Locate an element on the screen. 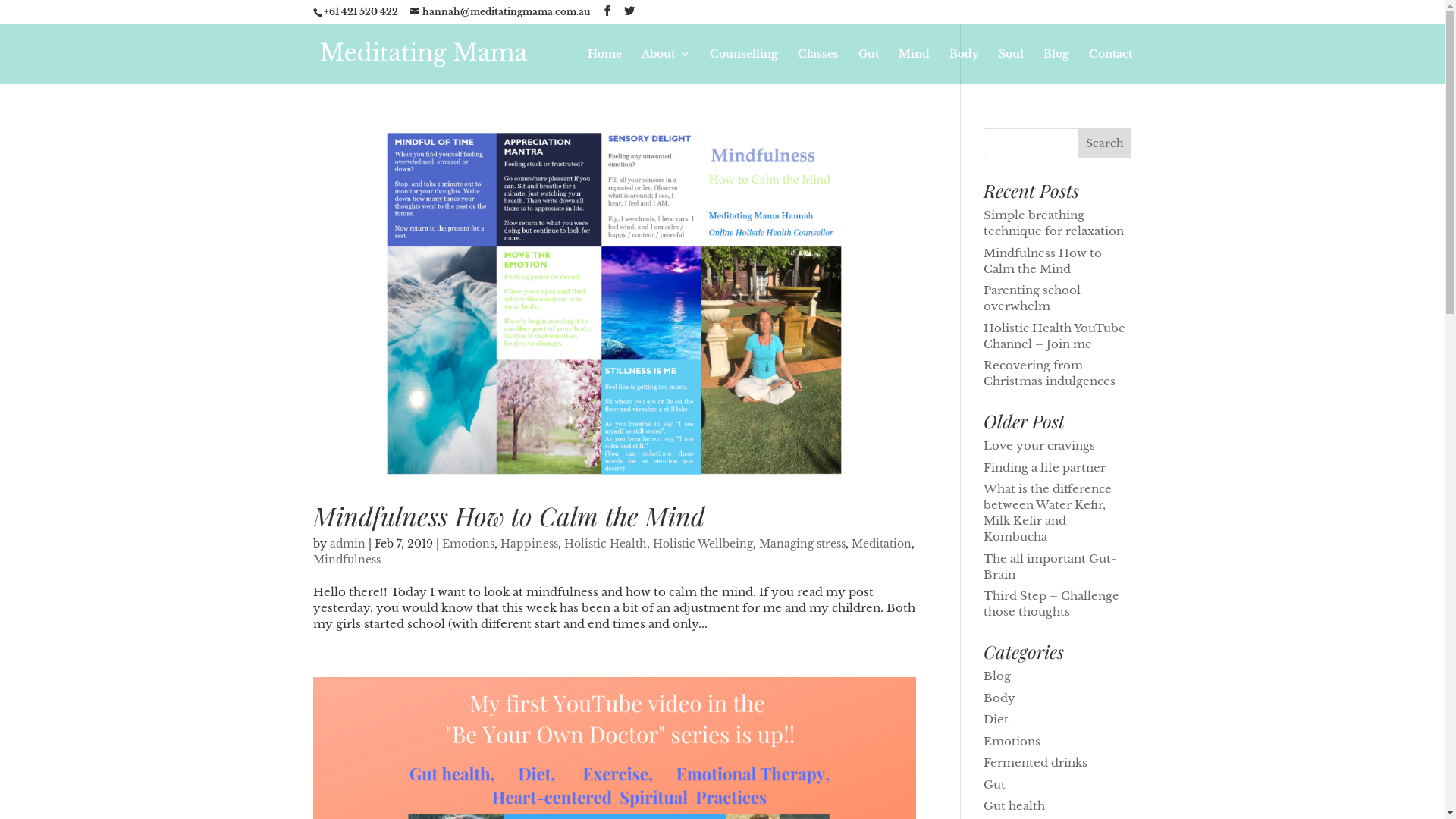  'admin' is located at coordinates (346, 543).